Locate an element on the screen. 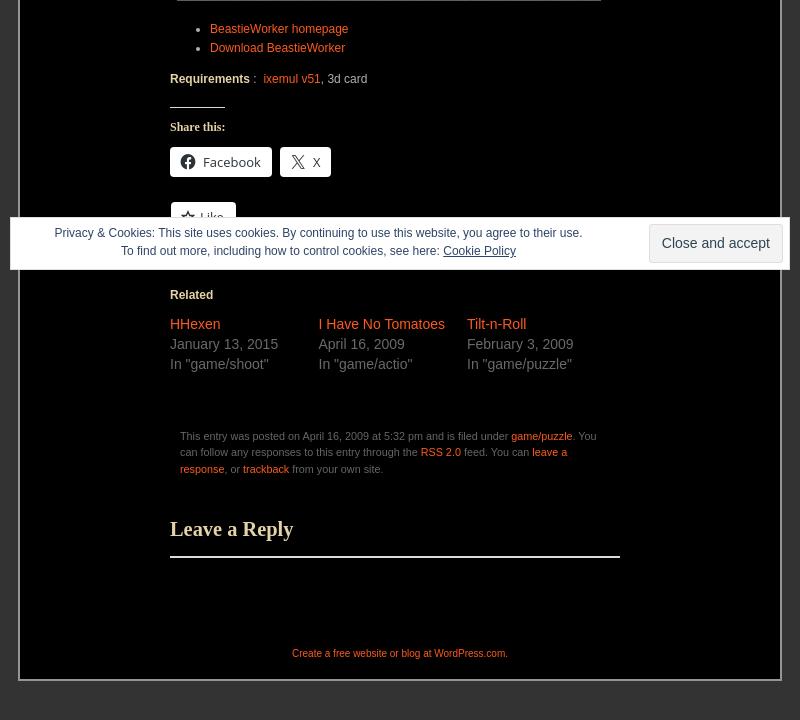  'Related' is located at coordinates (190, 293).